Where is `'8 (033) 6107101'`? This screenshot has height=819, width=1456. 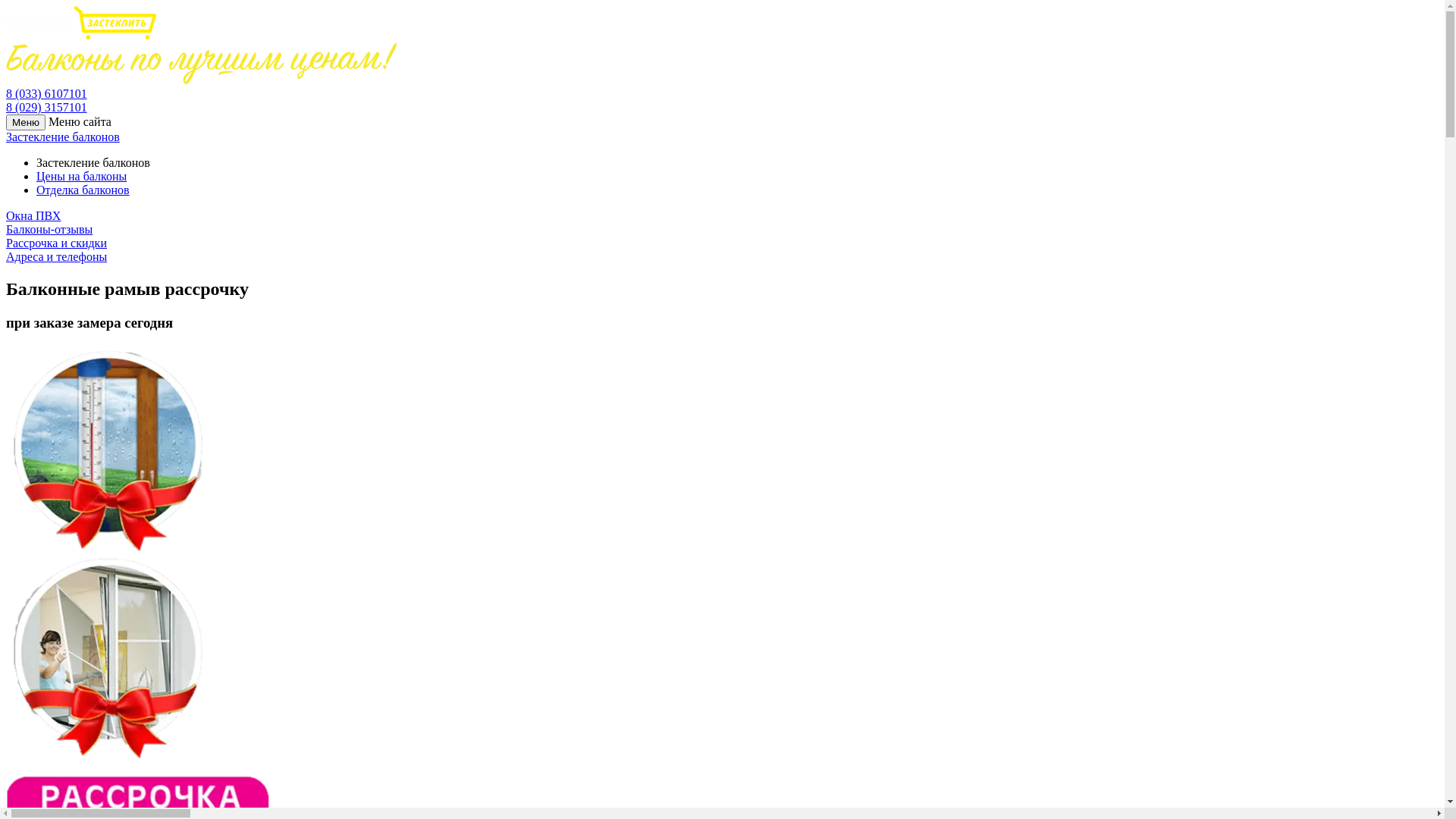 '8 (033) 6107101' is located at coordinates (46, 93).